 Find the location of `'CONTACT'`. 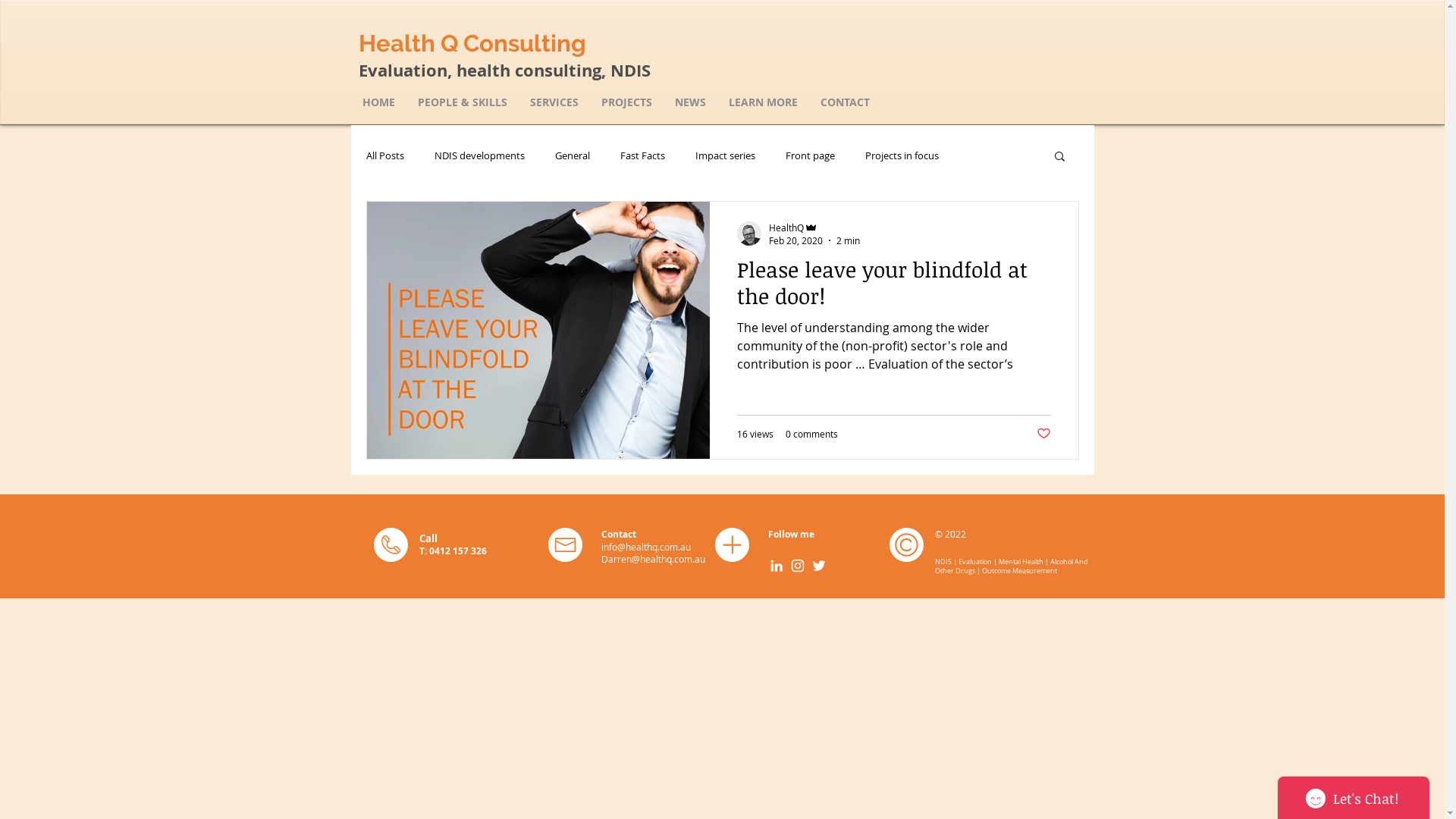

'CONTACT' is located at coordinates (807, 102).